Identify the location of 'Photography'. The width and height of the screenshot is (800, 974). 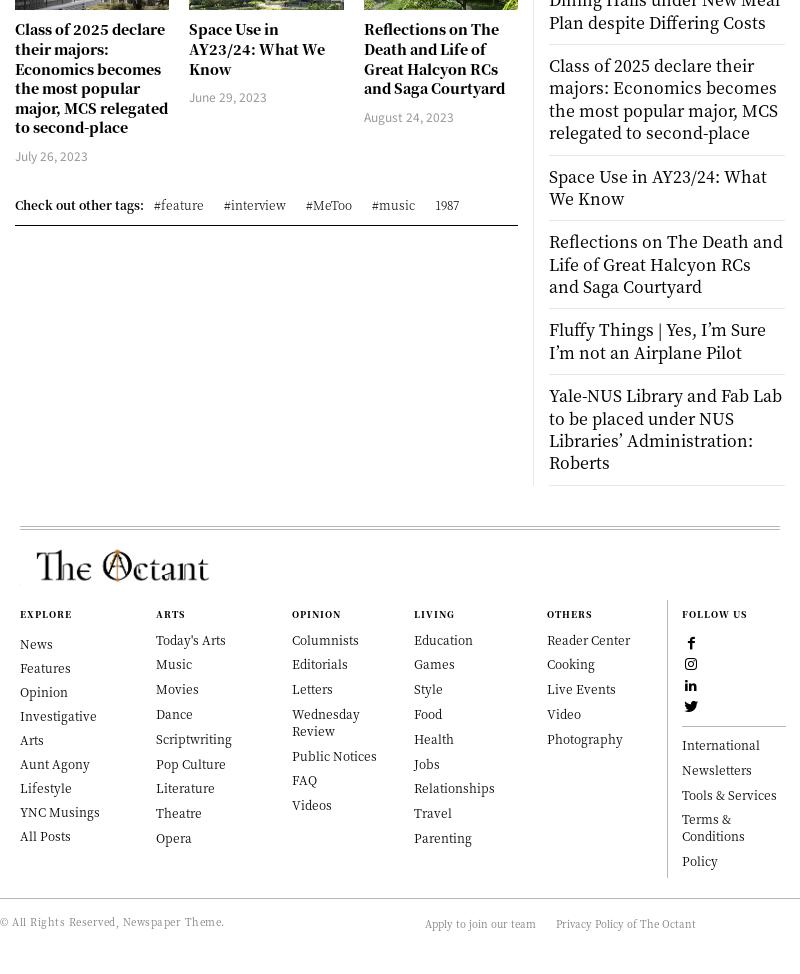
(583, 736).